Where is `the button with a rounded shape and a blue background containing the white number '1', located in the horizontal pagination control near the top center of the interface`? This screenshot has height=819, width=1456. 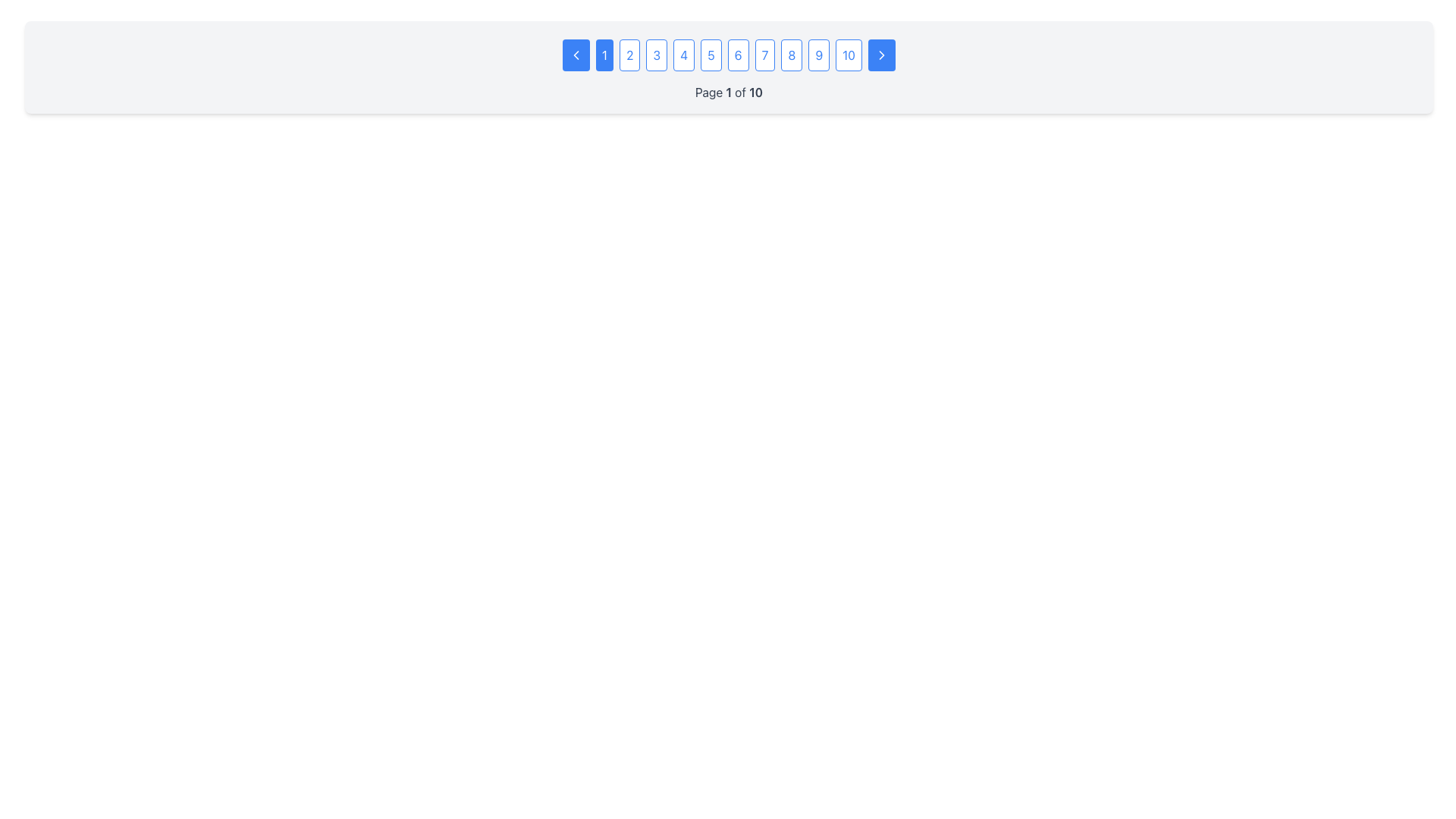 the button with a rounded shape and a blue background containing the white number '1', located in the horizontal pagination control near the top center of the interface is located at coordinates (604, 55).